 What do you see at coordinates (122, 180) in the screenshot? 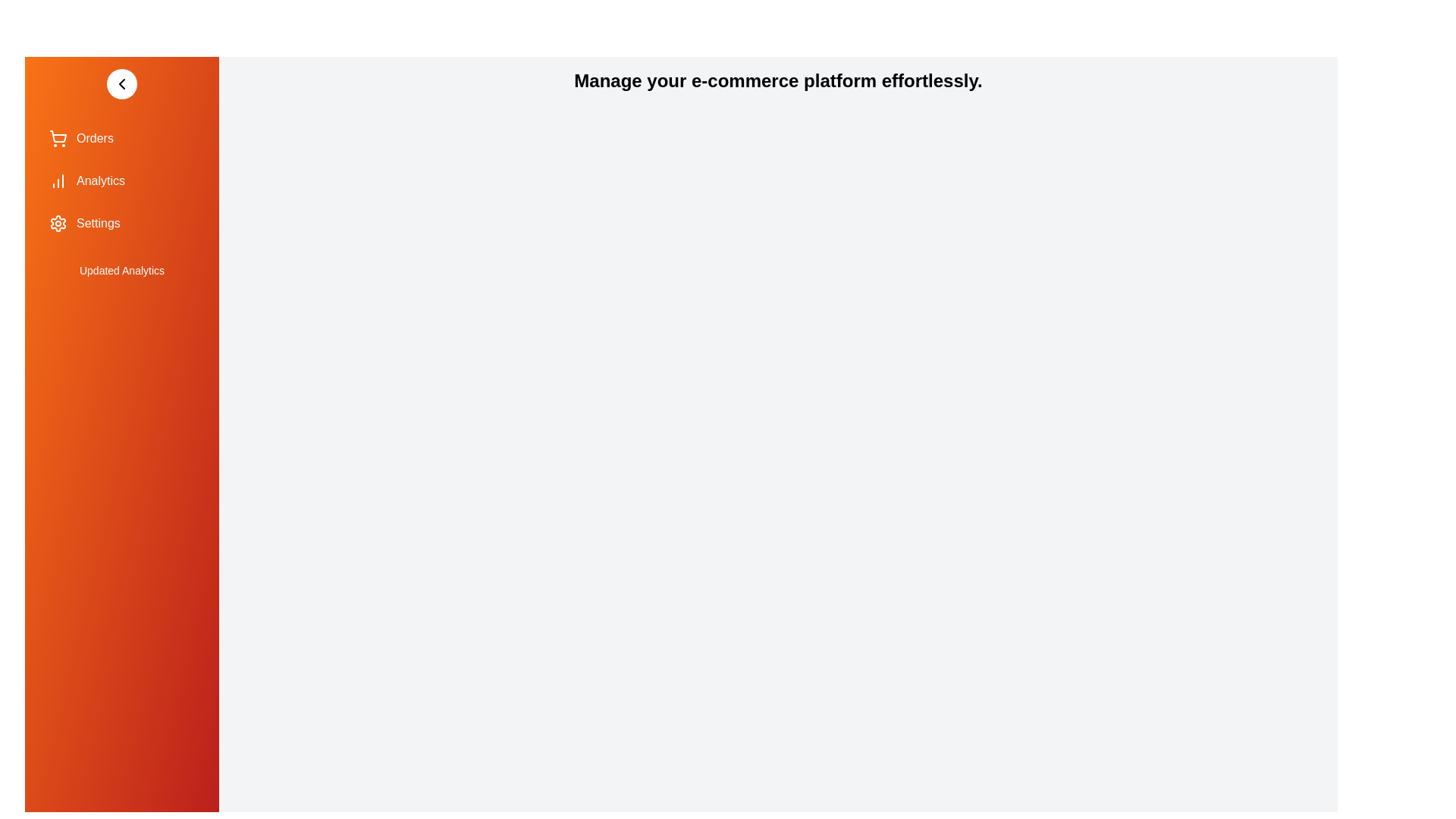
I see `the 'Analytics' menu item` at bounding box center [122, 180].